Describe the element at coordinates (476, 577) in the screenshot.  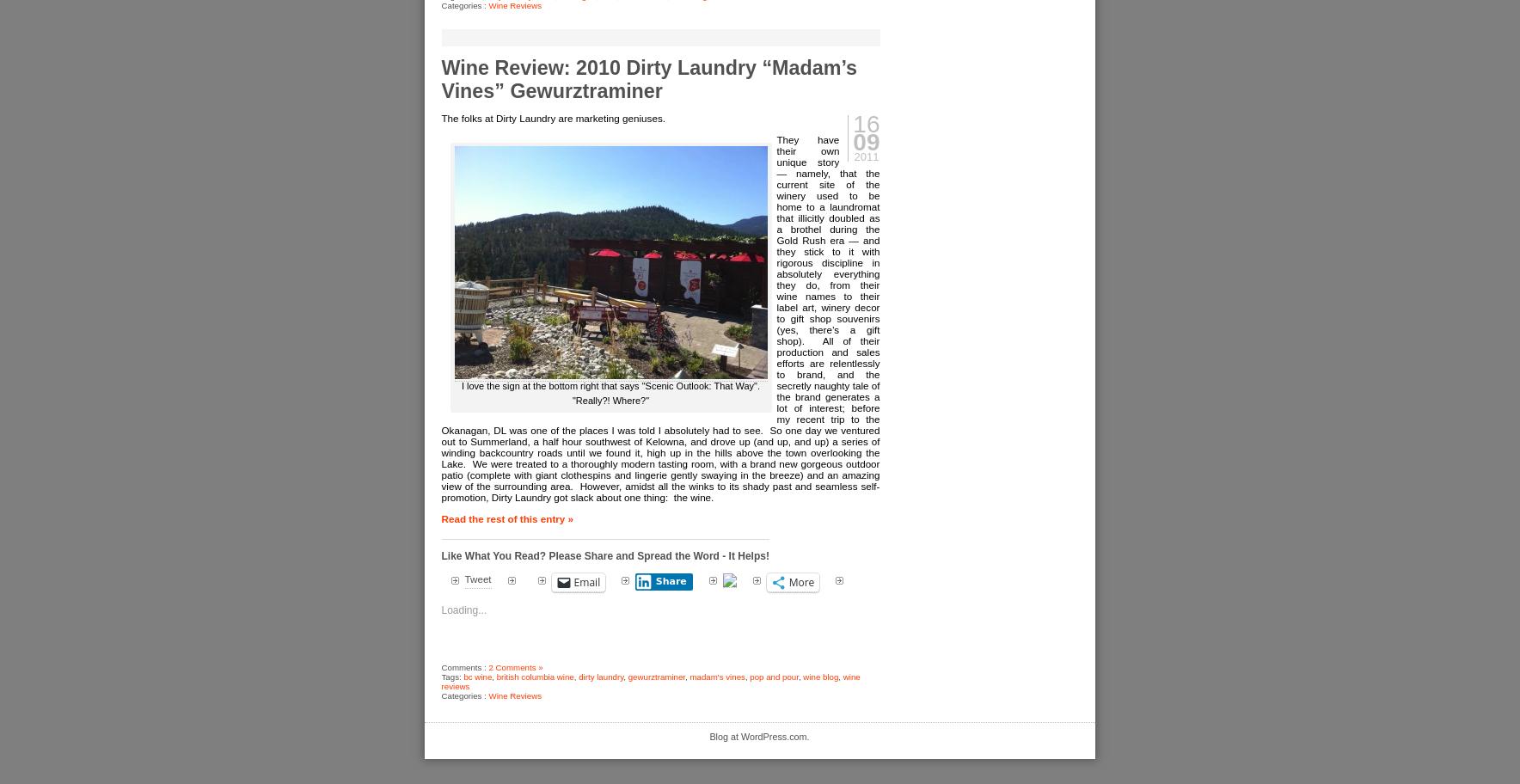
I see `'Tweet'` at that location.